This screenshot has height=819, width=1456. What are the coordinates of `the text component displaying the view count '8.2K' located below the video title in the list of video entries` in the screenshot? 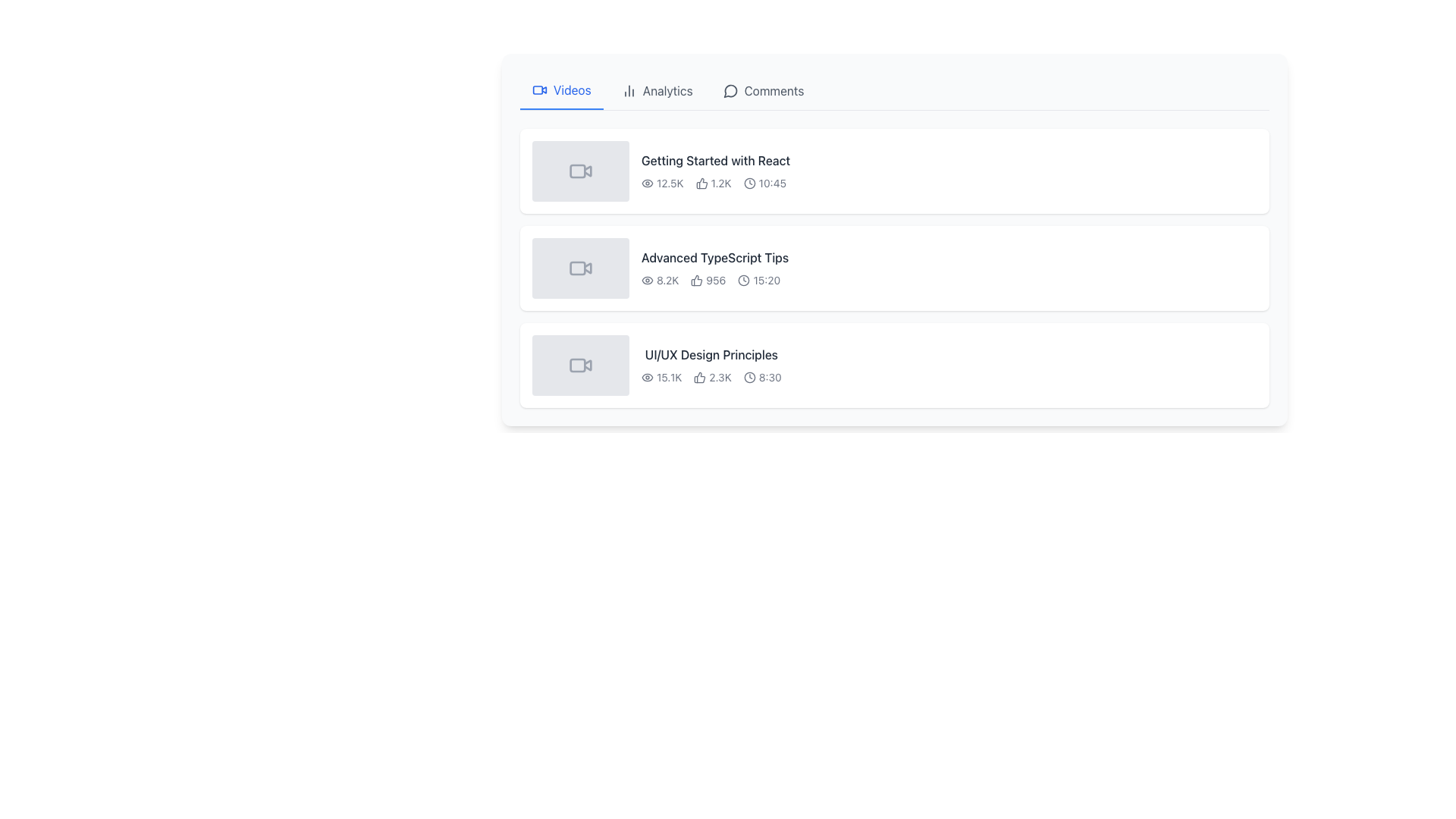 It's located at (660, 281).